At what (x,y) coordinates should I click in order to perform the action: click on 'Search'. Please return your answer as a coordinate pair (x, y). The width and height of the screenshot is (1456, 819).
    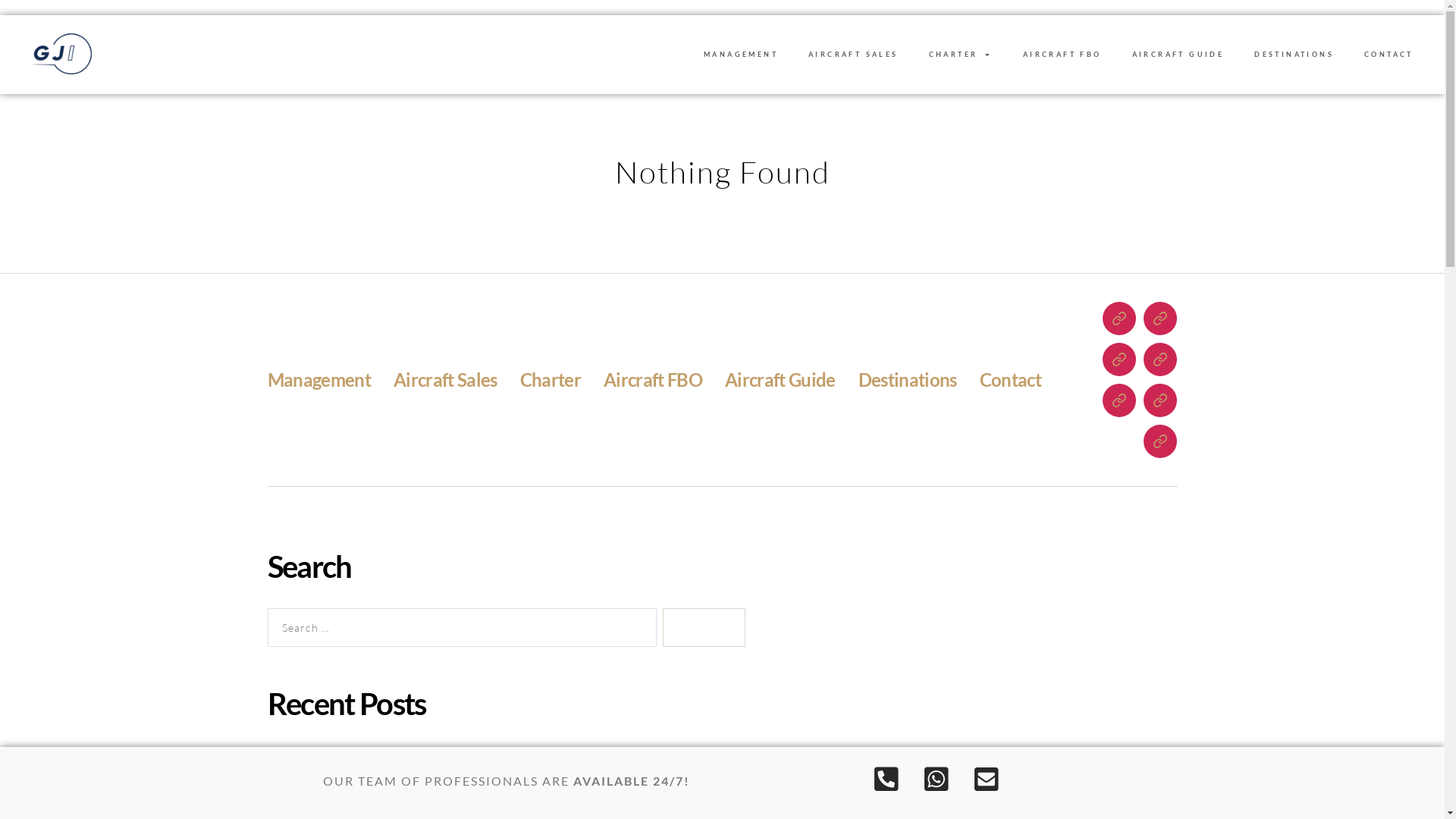
    Looking at the image, I should click on (702, 628).